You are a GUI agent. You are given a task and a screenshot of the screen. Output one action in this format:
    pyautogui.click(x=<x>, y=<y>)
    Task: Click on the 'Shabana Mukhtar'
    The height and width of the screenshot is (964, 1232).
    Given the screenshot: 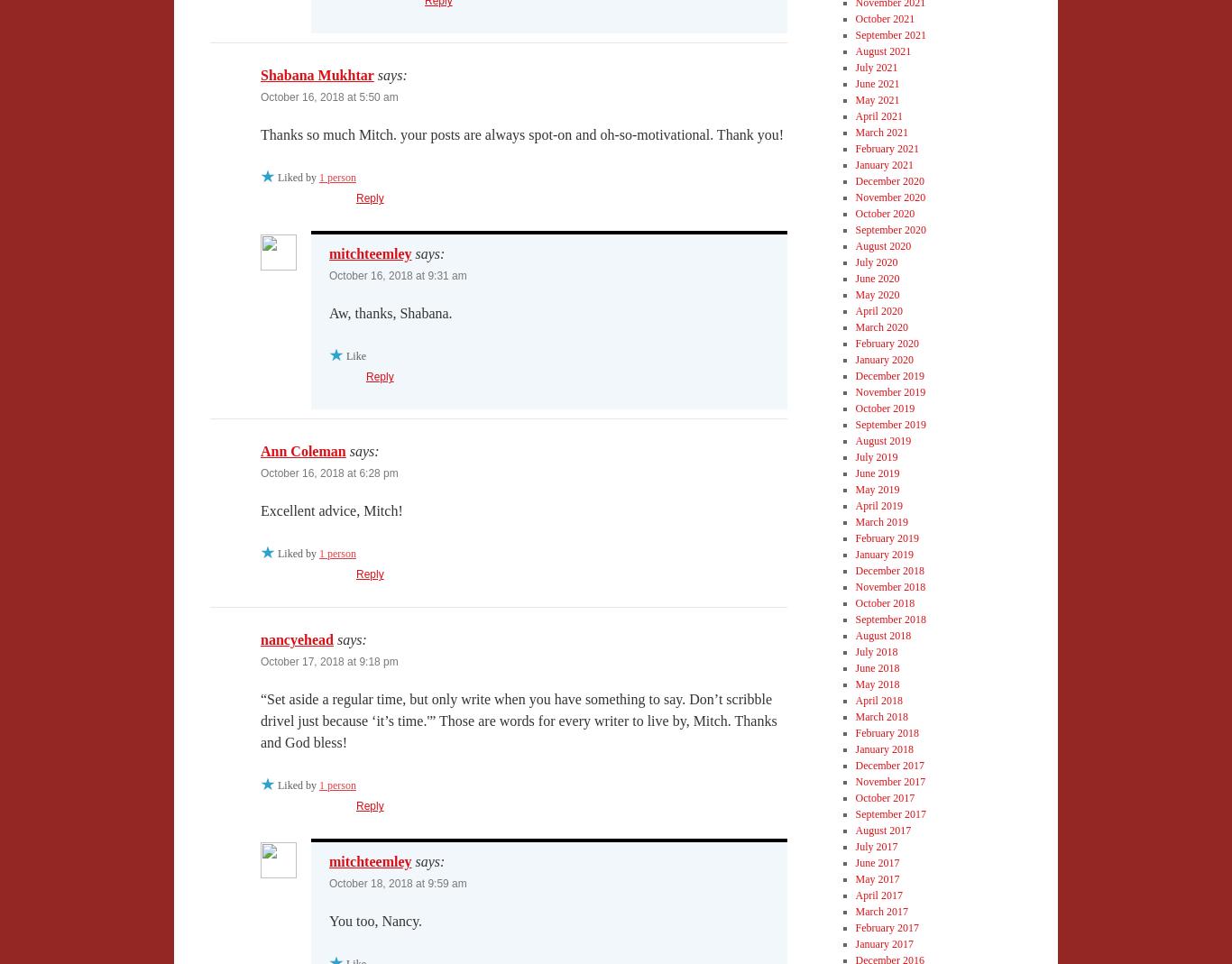 What is the action you would take?
    pyautogui.click(x=316, y=74)
    